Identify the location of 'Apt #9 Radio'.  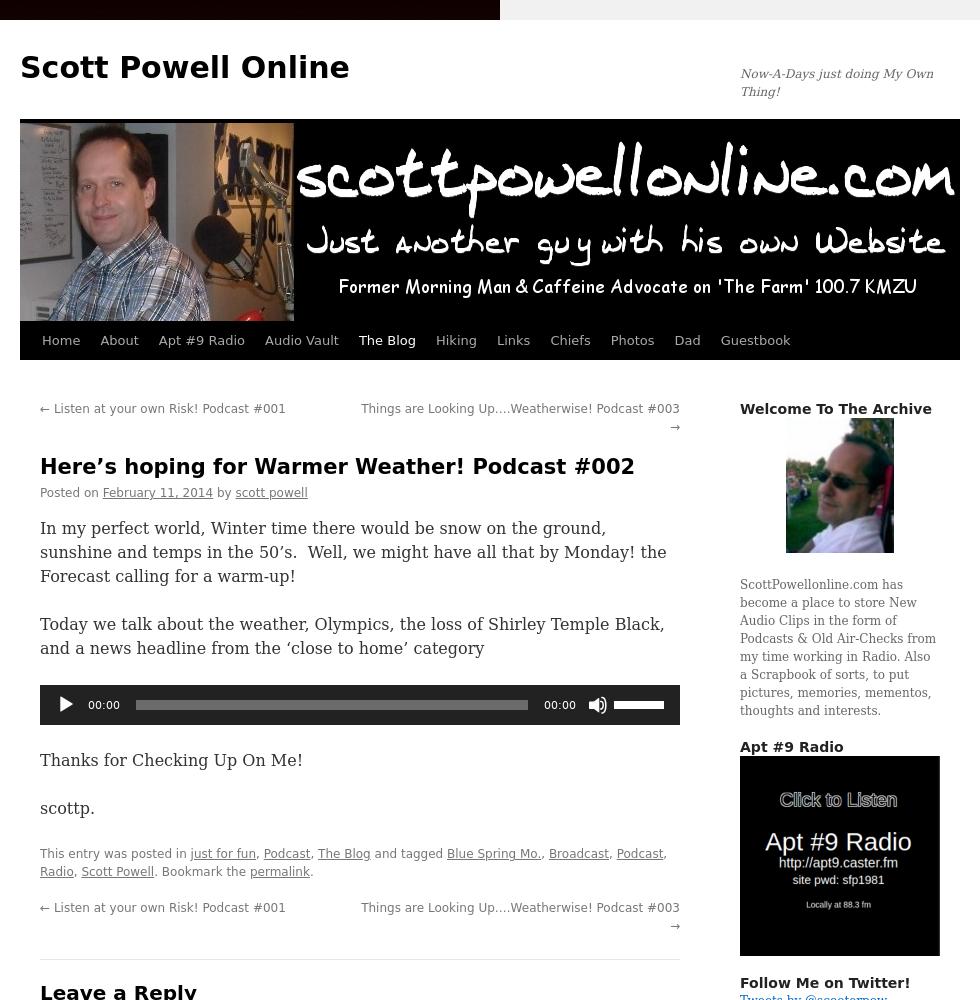
(739, 746).